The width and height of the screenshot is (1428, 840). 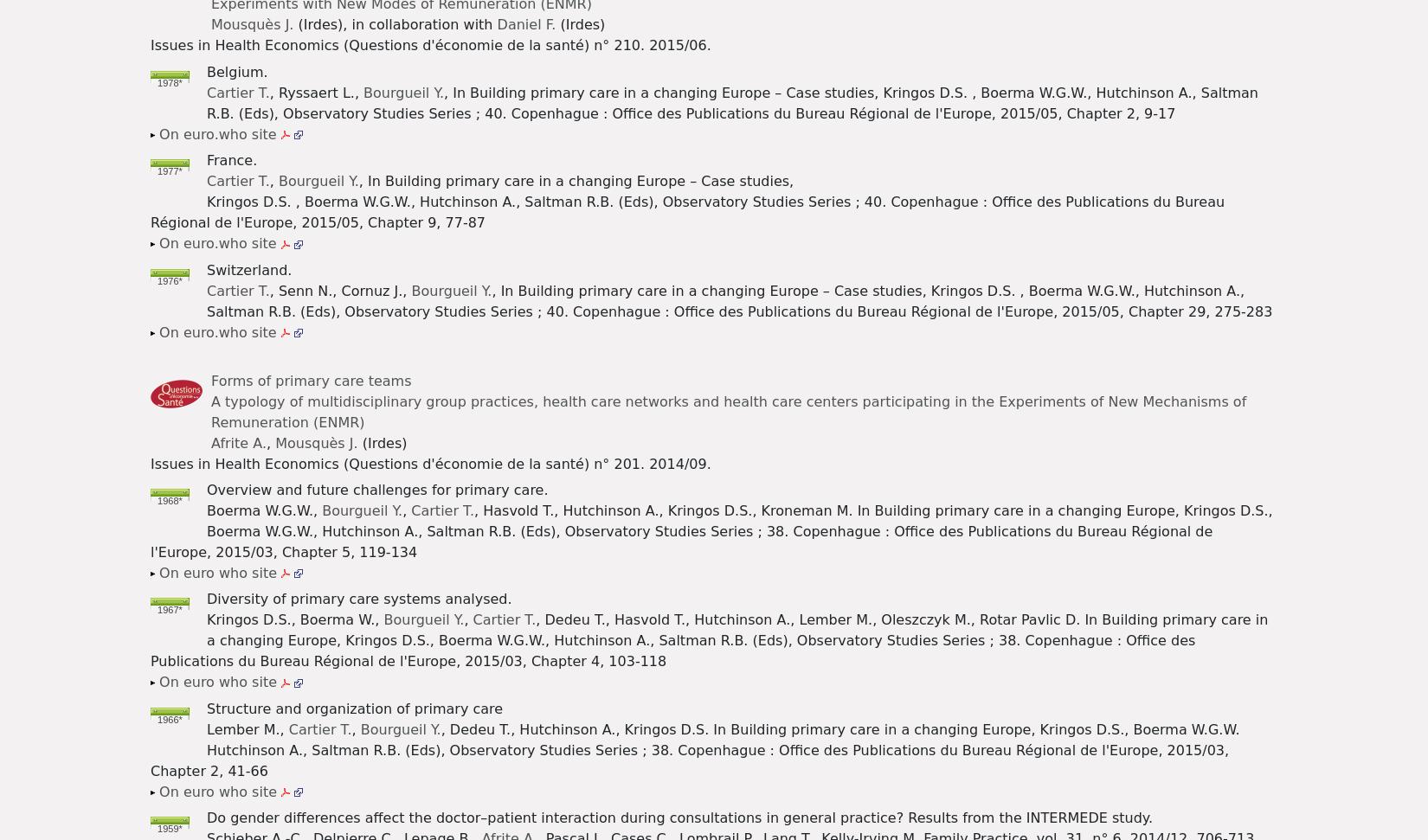 What do you see at coordinates (709, 311) in the screenshot?
I see `'Polychrome study: establishing a typology of chronic diseases in general medicine, for an analysis of the multi-prescriptions. Clerc P., Lebreton J.,'` at bounding box center [709, 311].